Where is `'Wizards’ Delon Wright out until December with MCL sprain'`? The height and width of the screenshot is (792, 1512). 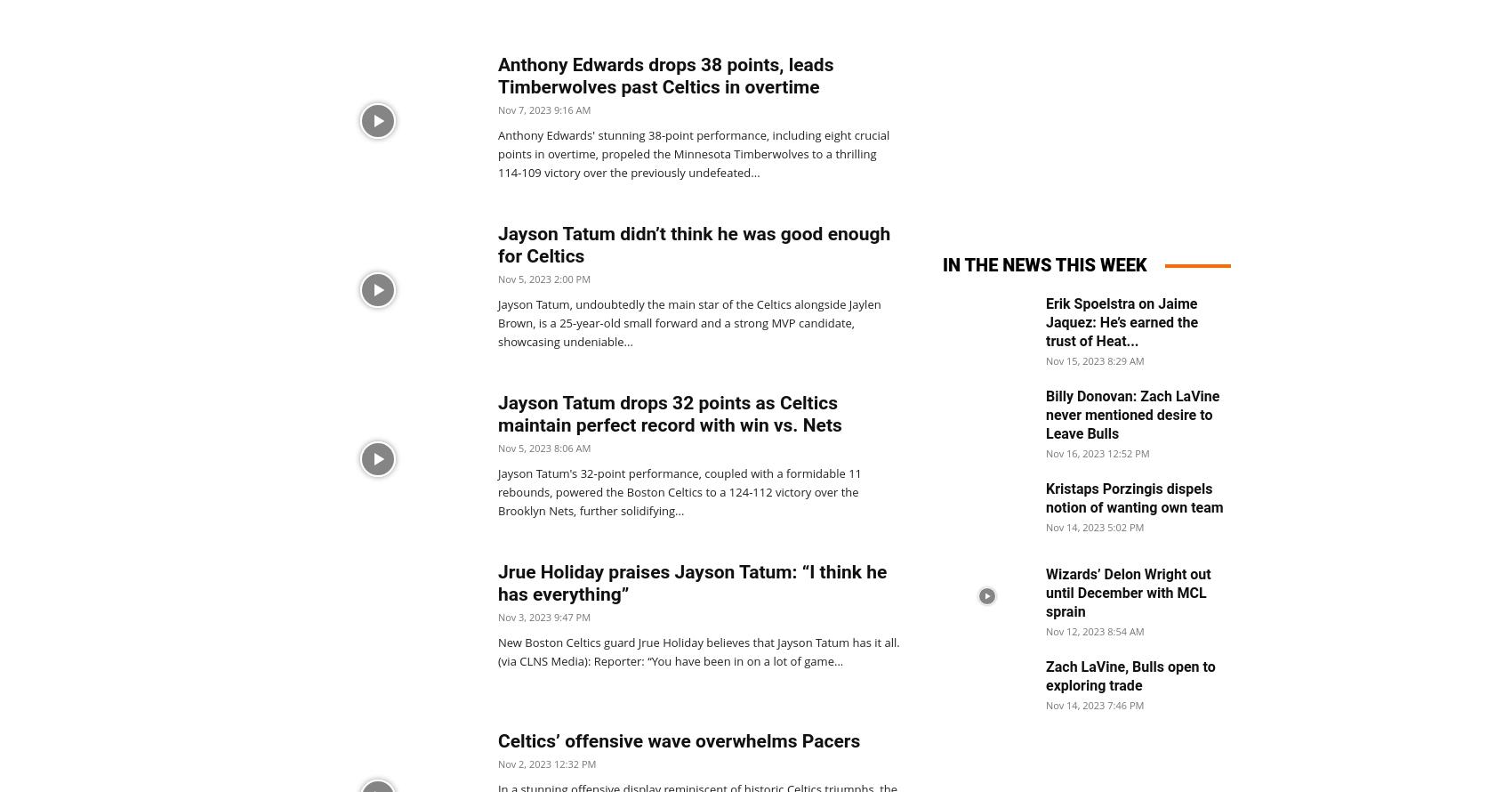
'Wizards’ Delon Wright out until December with MCL sprain' is located at coordinates (1045, 593).